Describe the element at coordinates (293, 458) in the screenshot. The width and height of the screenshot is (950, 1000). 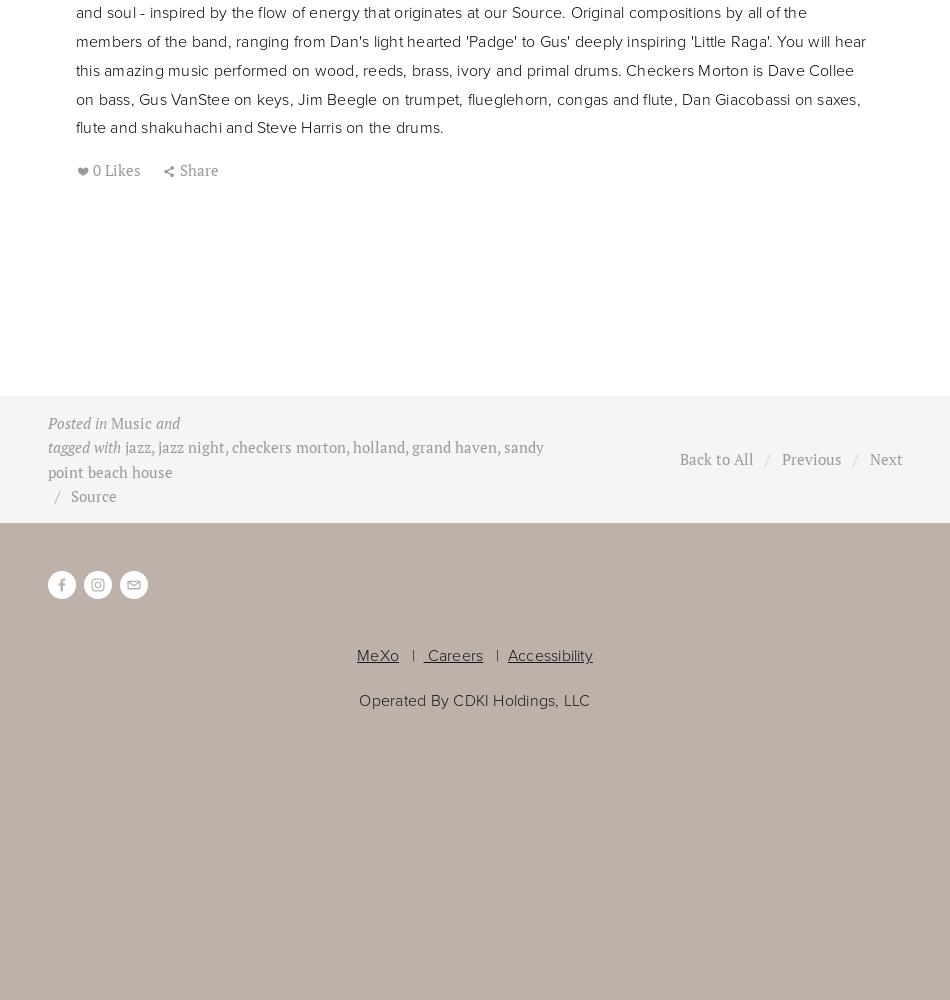
I see `'sandy point beach house'` at that location.